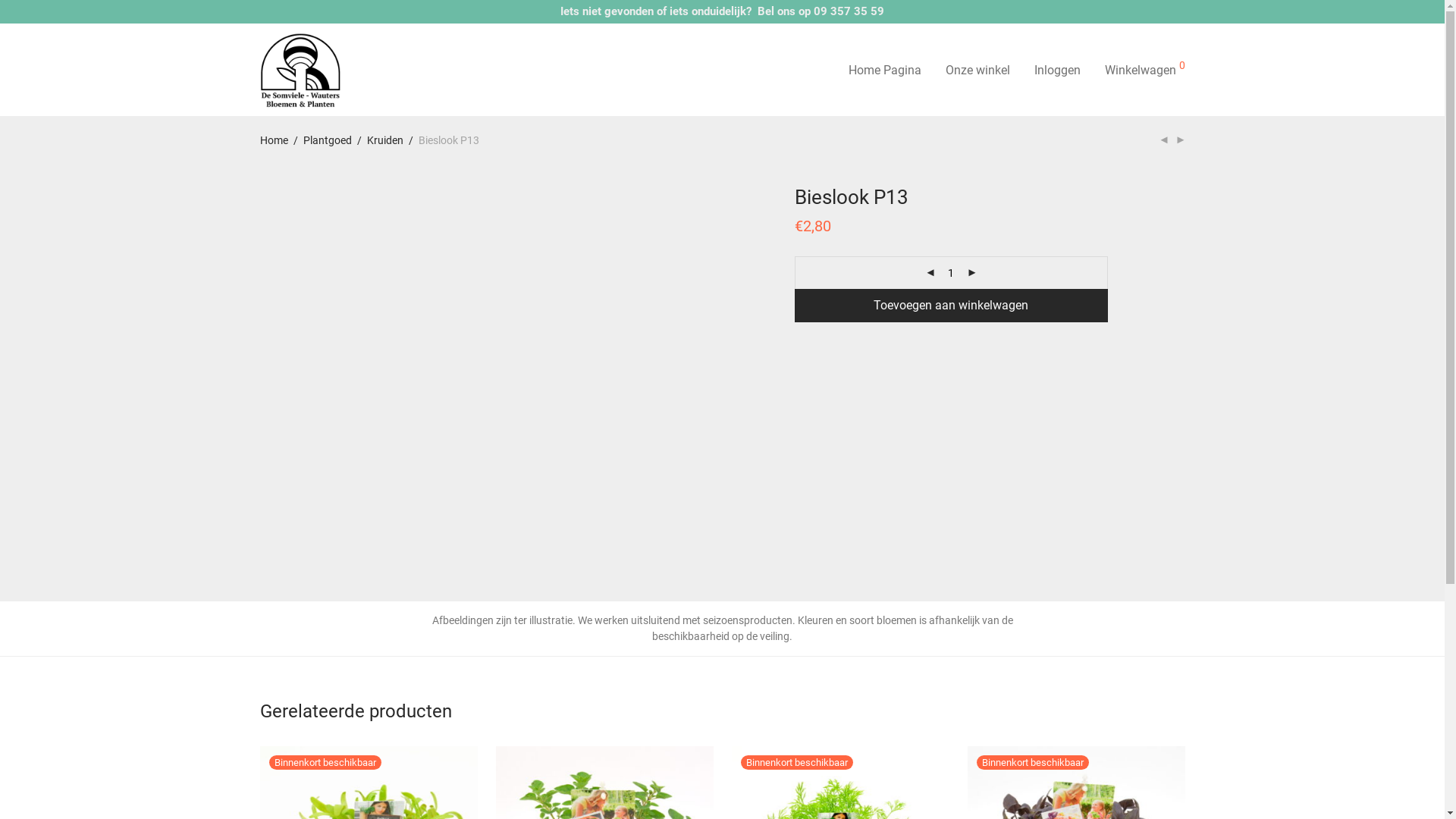 The image size is (1456, 819). Describe the element at coordinates (977, 70) in the screenshot. I see `'Onze winkel'` at that location.